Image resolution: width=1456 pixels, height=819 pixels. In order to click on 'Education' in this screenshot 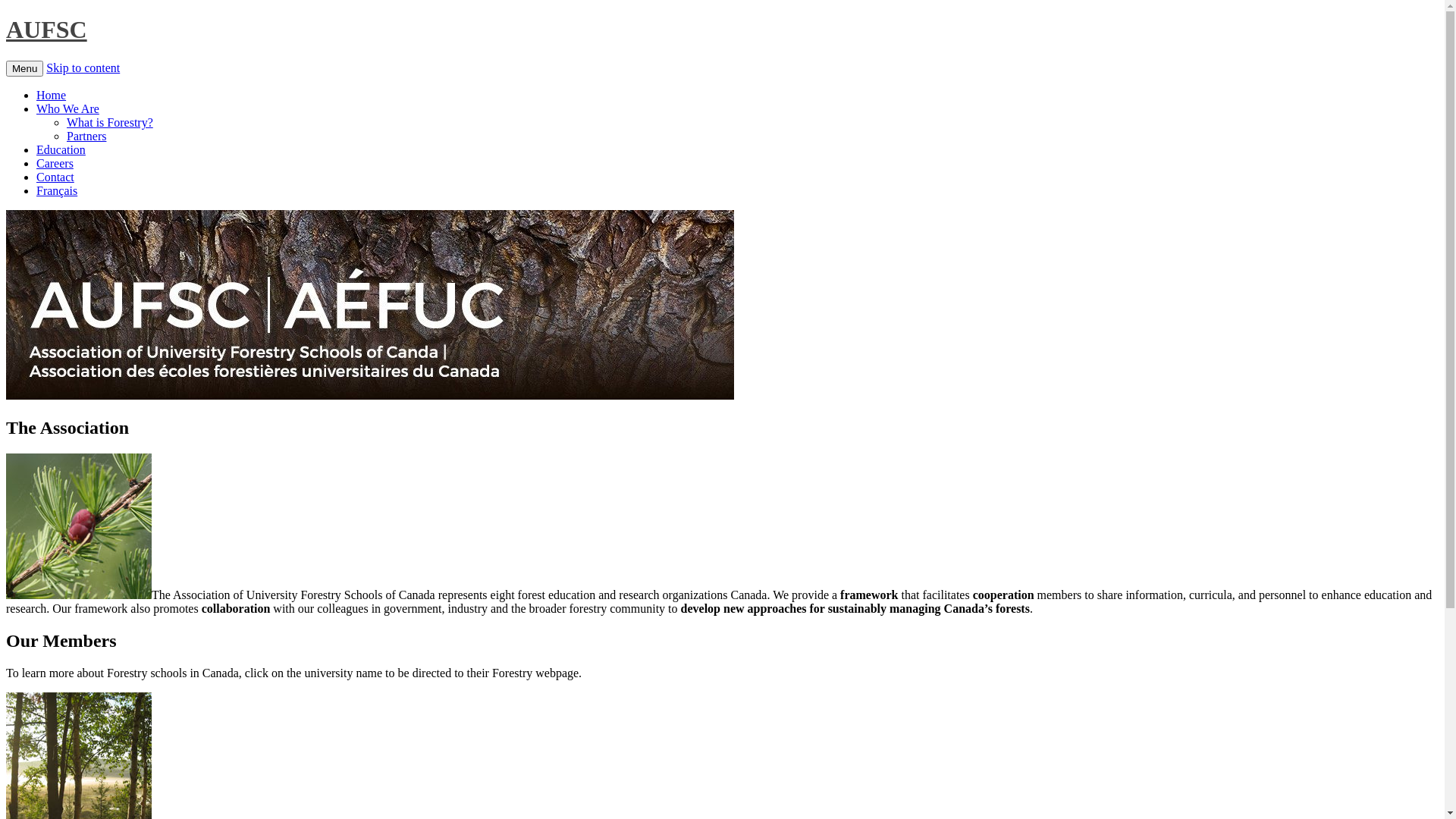, I will do `click(61, 149)`.